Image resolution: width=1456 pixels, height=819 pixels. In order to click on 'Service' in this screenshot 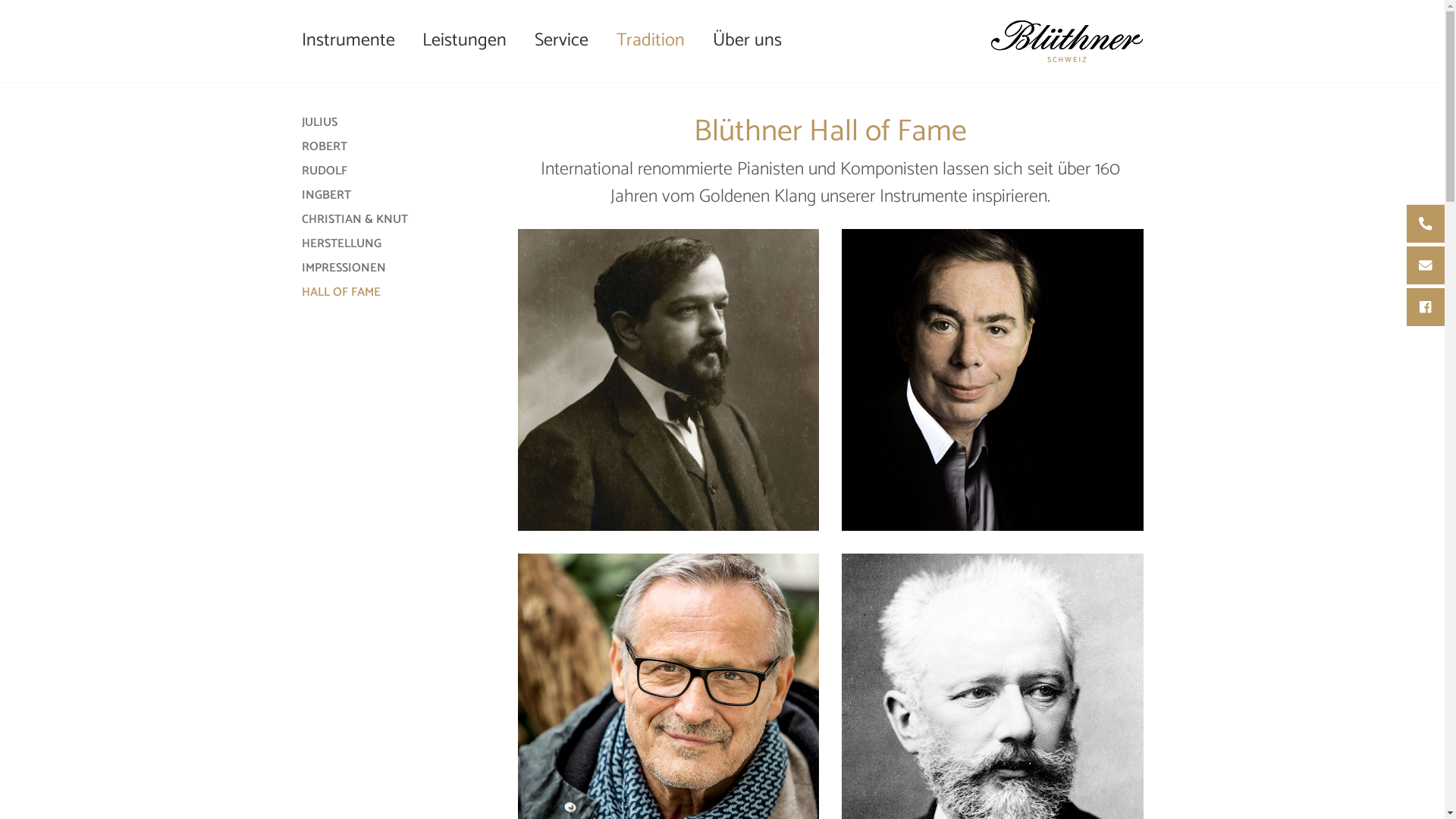, I will do `click(560, 40)`.